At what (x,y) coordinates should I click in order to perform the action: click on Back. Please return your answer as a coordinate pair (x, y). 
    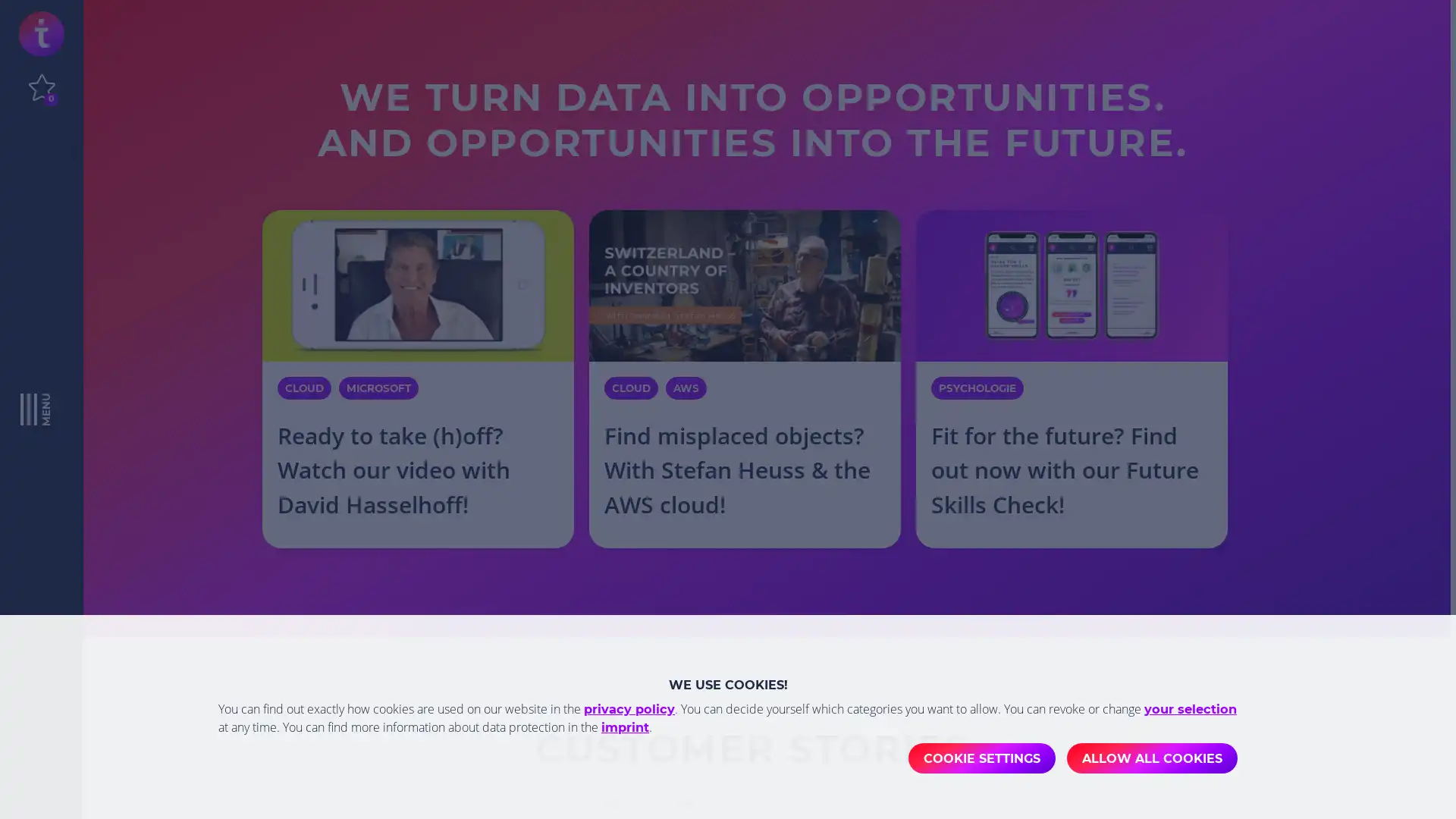
    Looking at the image, I should click on (234, 783).